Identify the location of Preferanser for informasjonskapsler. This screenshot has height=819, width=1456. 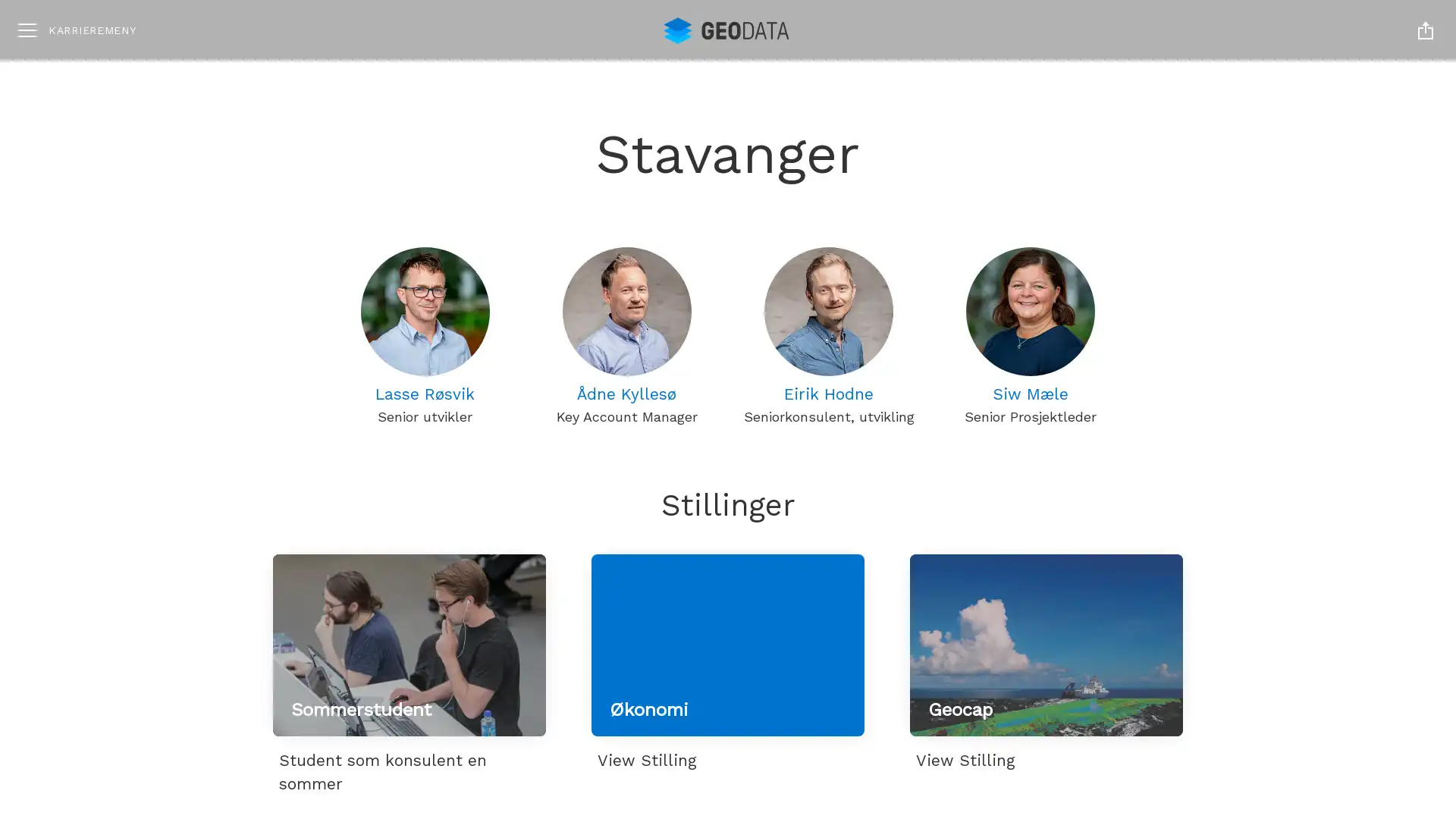
(1282, 736).